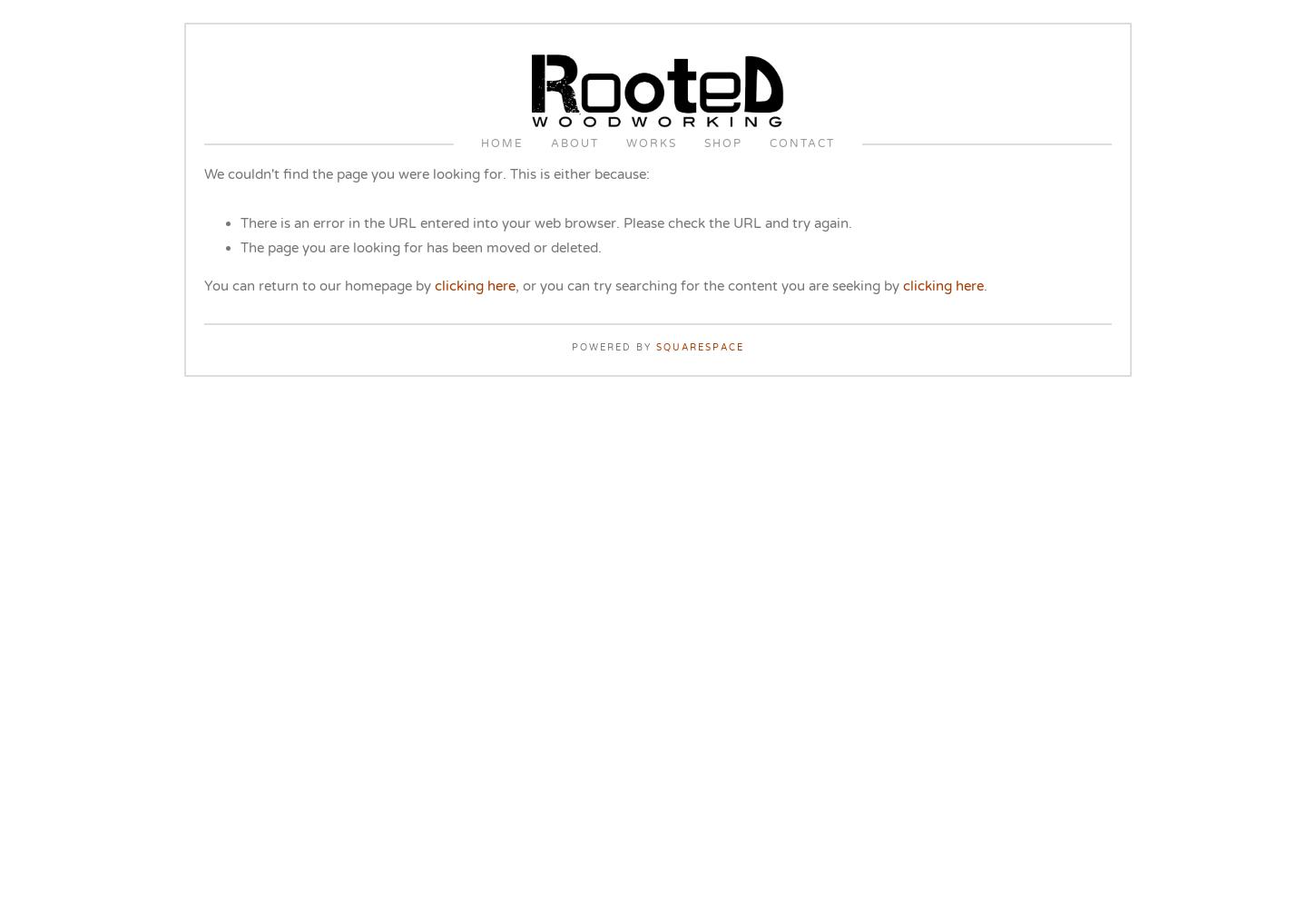 The image size is (1316, 908). I want to click on 'Squarespace', so click(700, 348).